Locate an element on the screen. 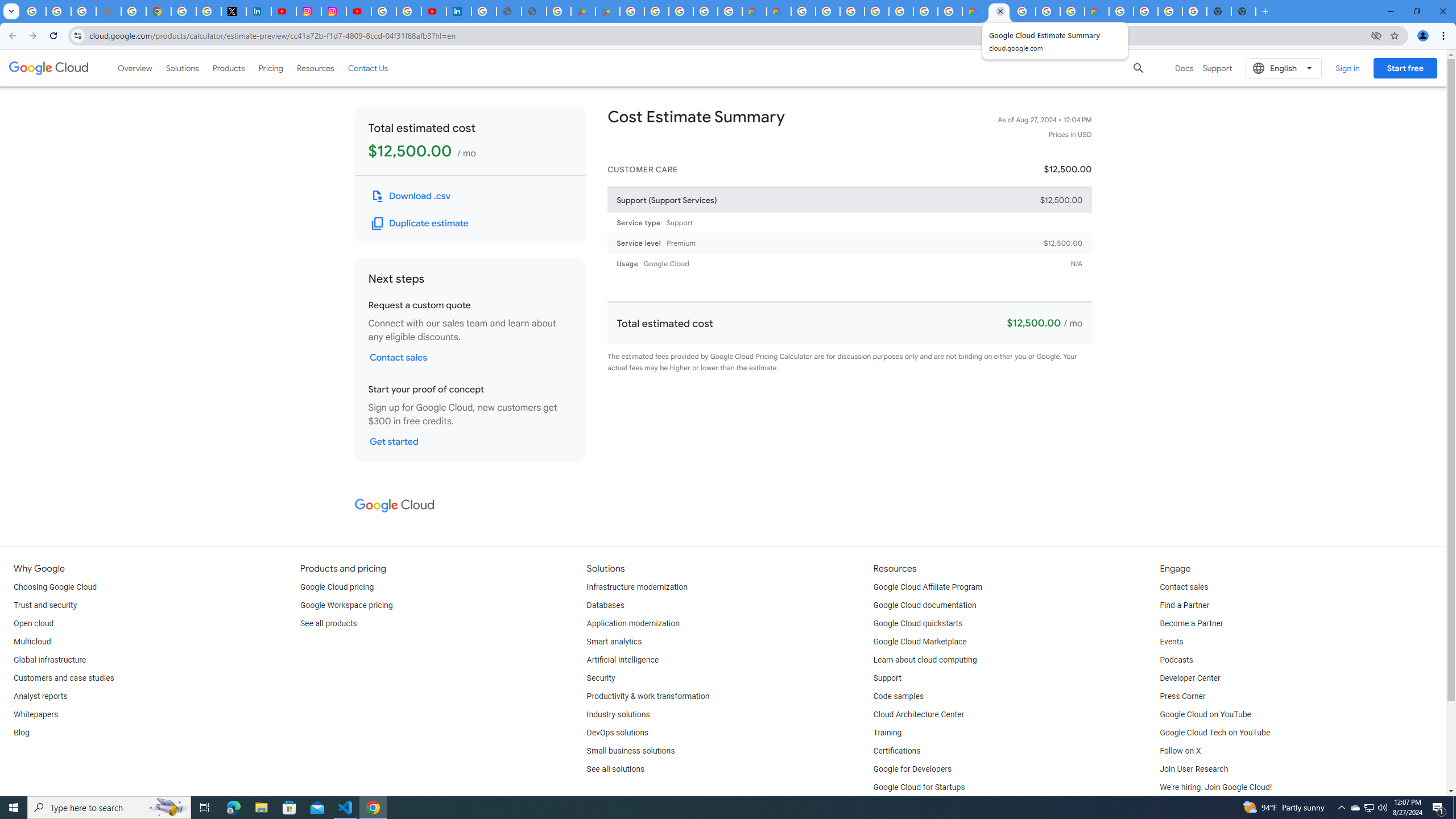 The height and width of the screenshot is (819, 1456). 'Small business solutions' is located at coordinates (630, 751).